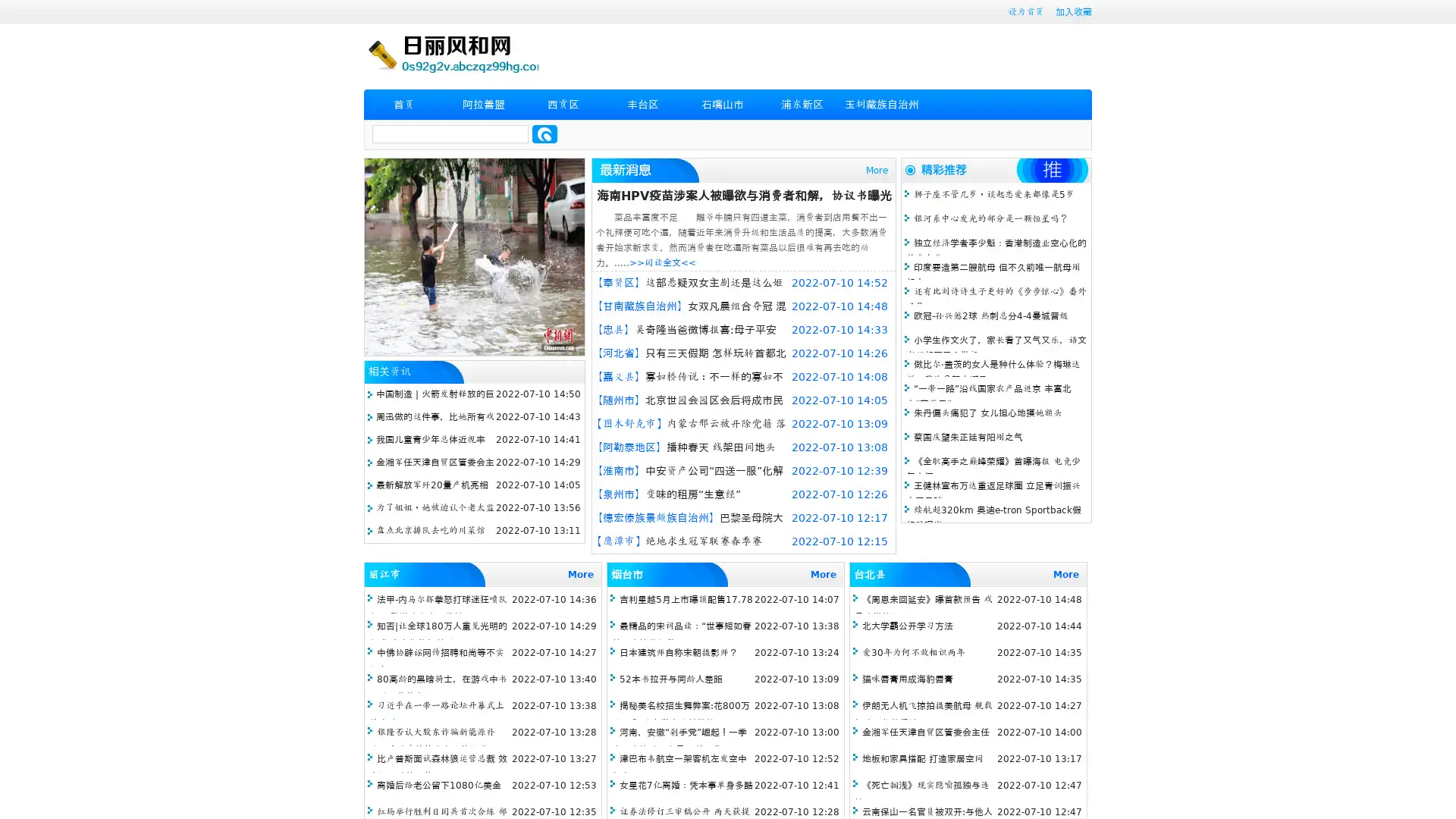 The width and height of the screenshot is (1456, 819). What do you see at coordinates (544, 133) in the screenshot?
I see `Search` at bounding box center [544, 133].